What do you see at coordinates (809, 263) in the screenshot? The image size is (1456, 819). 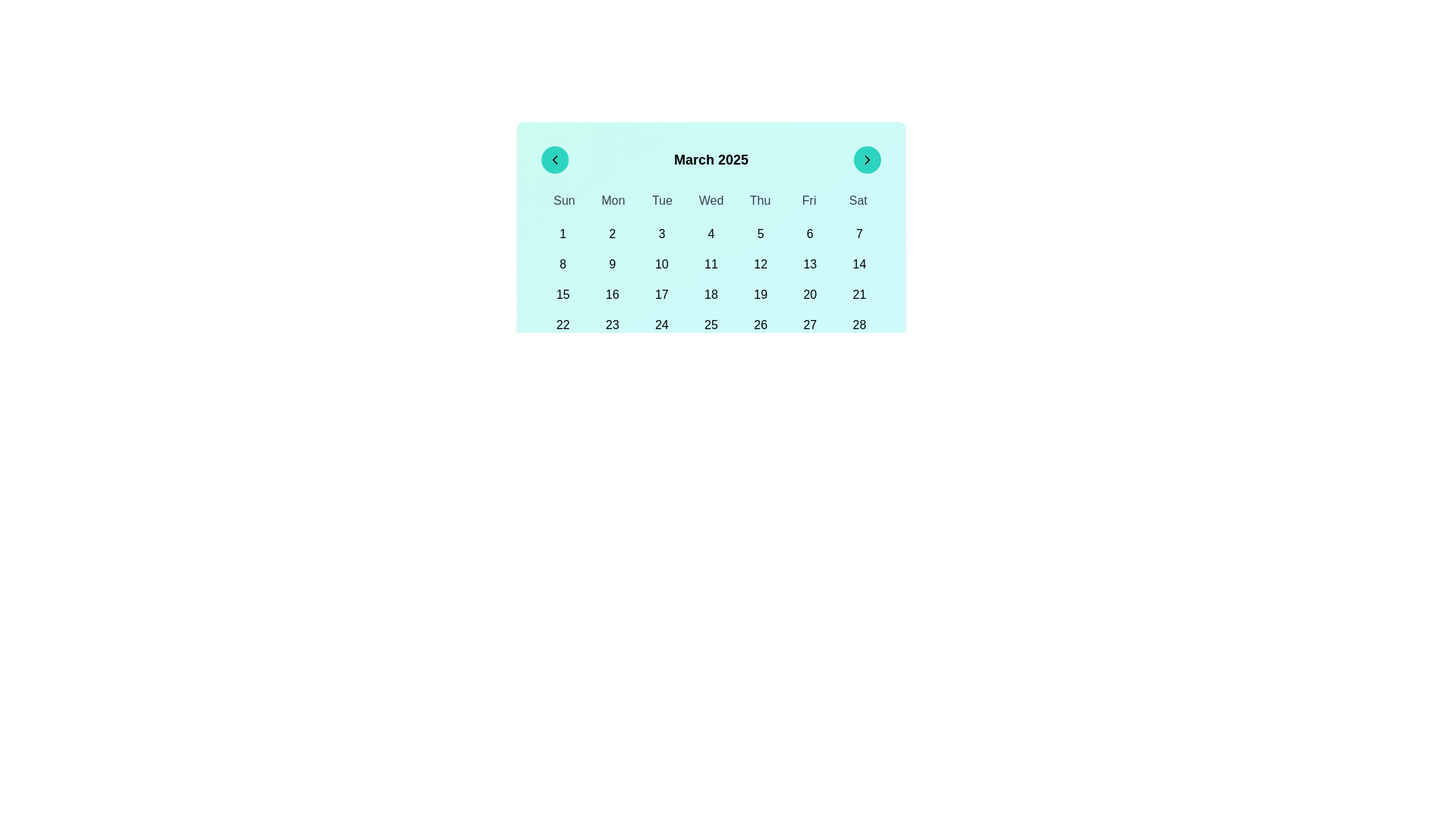 I see `the calendar button displaying the number '13'` at bounding box center [809, 263].